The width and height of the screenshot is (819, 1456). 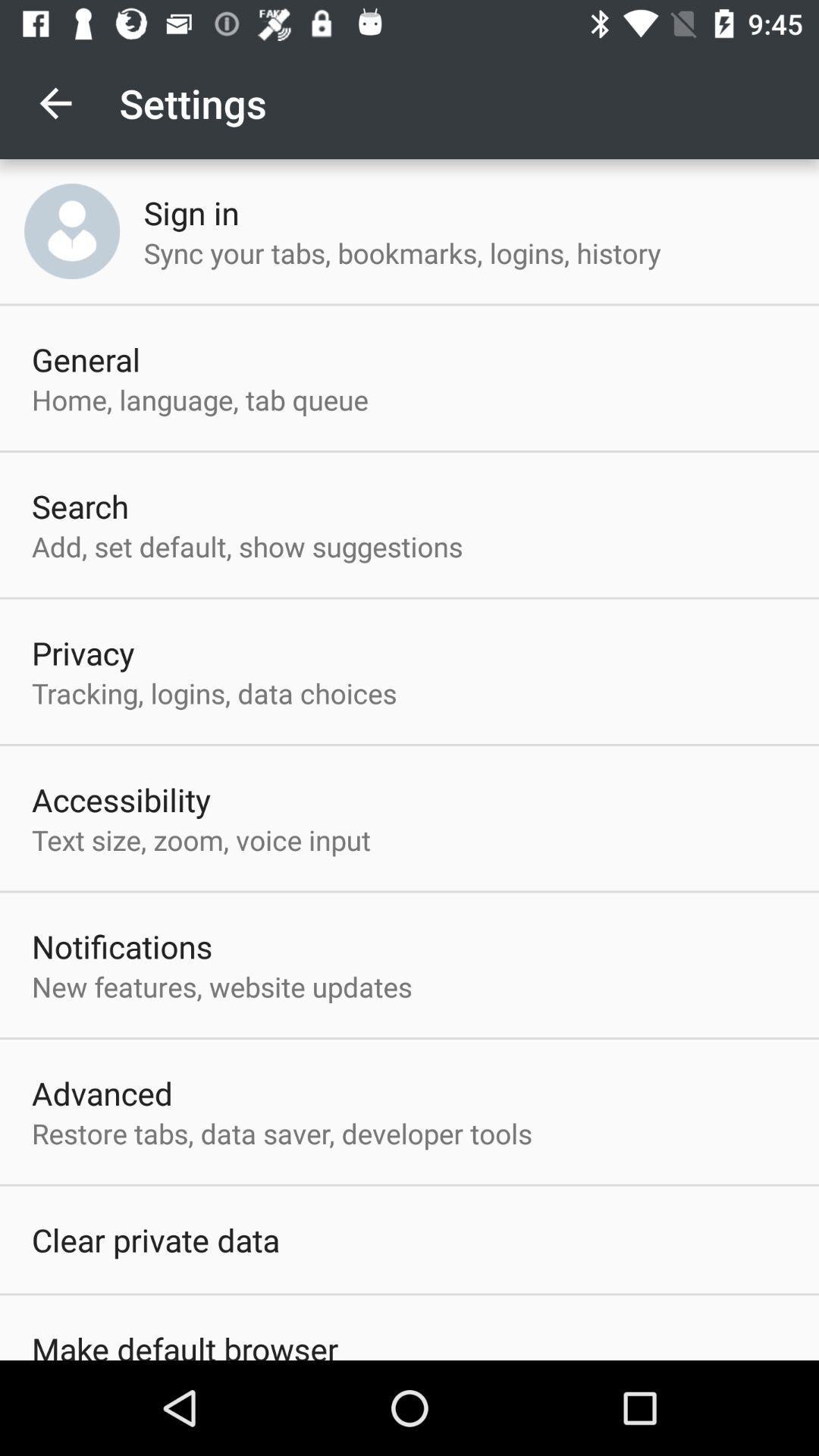 What do you see at coordinates (199, 400) in the screenshot?
I see `the item above search icon` at bounding box center [199, 400].